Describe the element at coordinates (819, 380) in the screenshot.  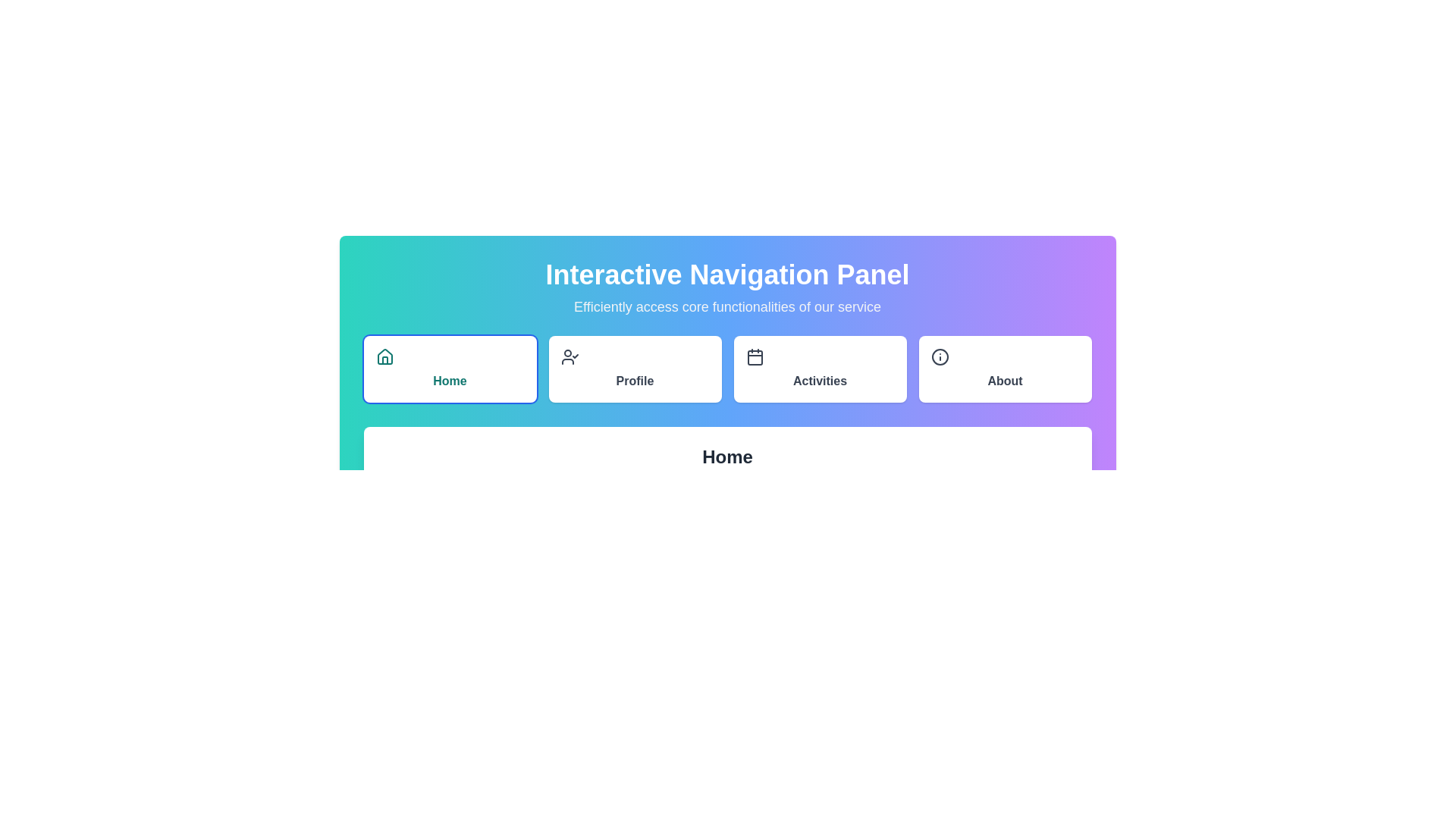
I see `bold text label displaying 'Activities' located within the center of the button component in the horizontal navigation menu` at that location.